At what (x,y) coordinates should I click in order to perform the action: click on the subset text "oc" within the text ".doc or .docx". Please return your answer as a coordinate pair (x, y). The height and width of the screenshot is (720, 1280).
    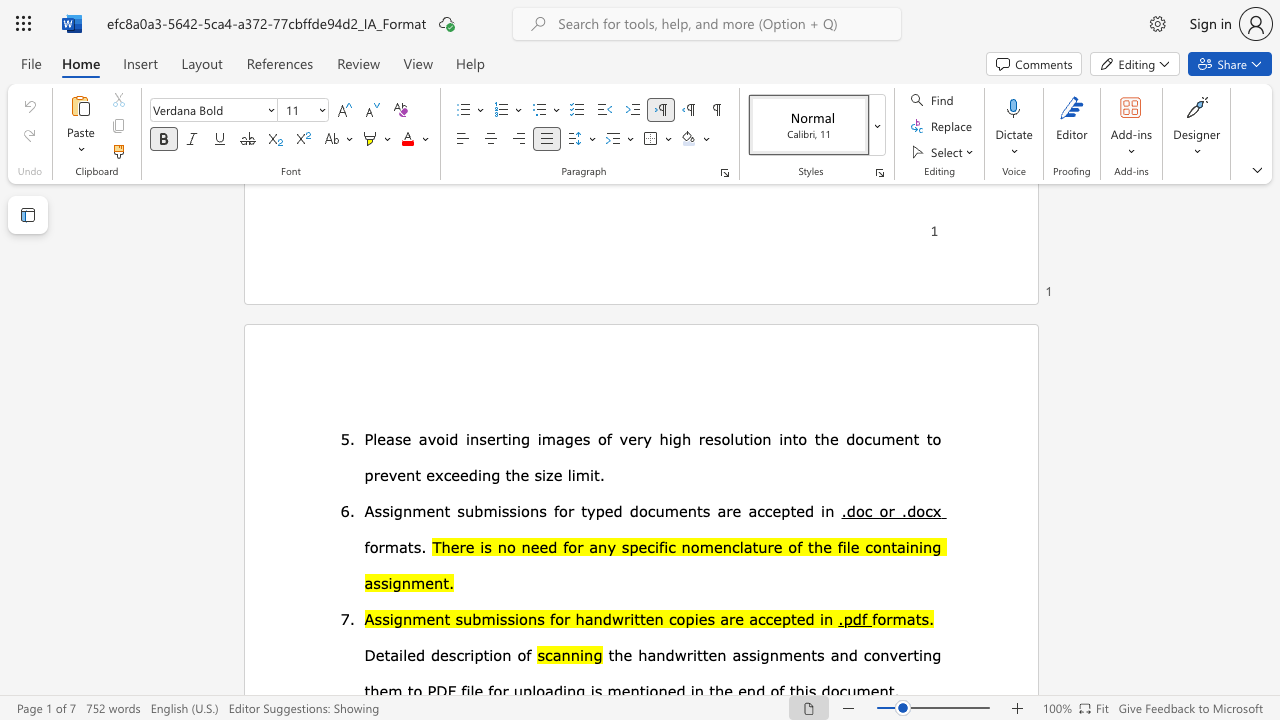
    Looking at the image, I should click on (915, 509).